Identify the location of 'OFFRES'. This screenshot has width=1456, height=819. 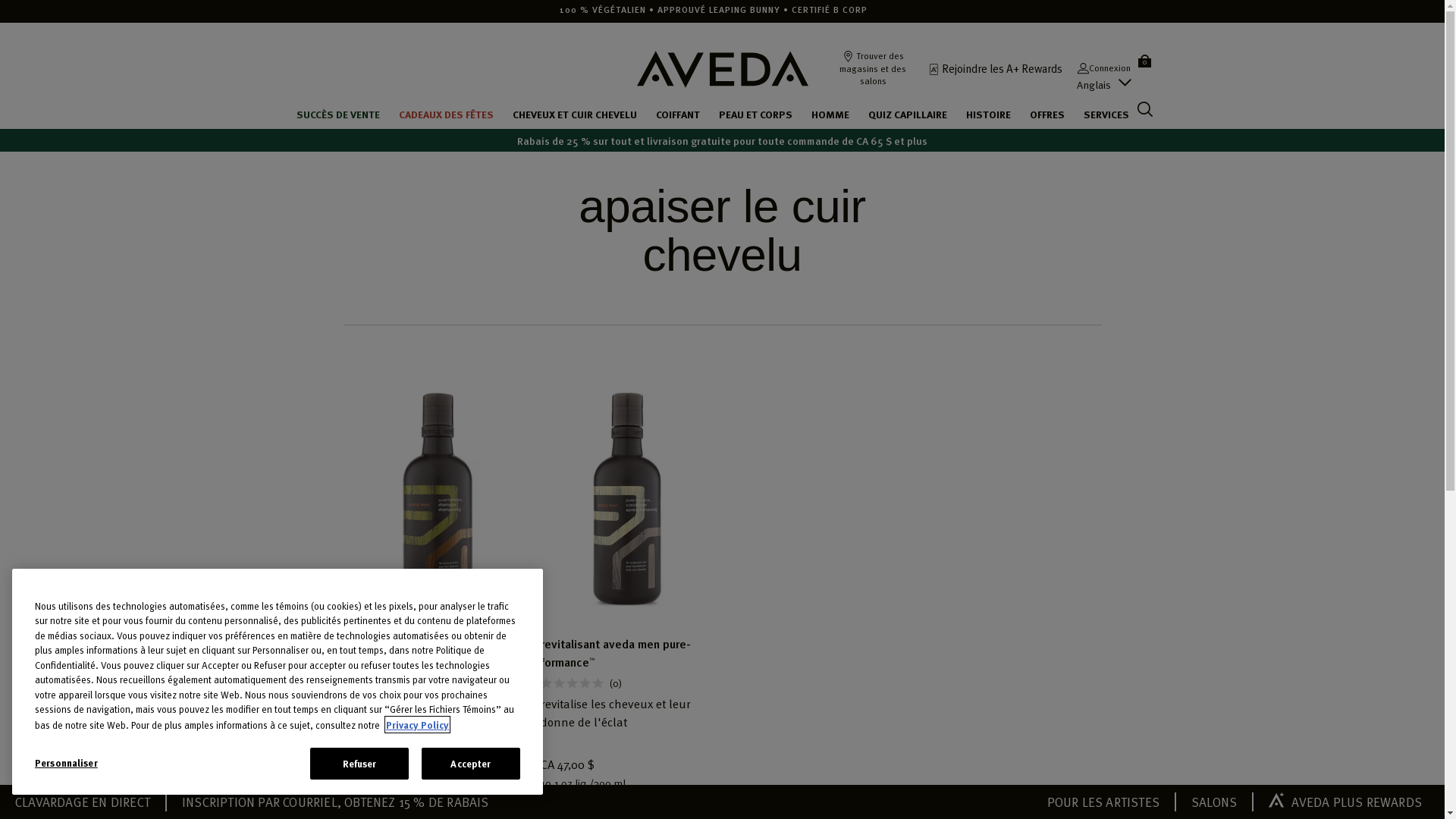
(1046, 113).